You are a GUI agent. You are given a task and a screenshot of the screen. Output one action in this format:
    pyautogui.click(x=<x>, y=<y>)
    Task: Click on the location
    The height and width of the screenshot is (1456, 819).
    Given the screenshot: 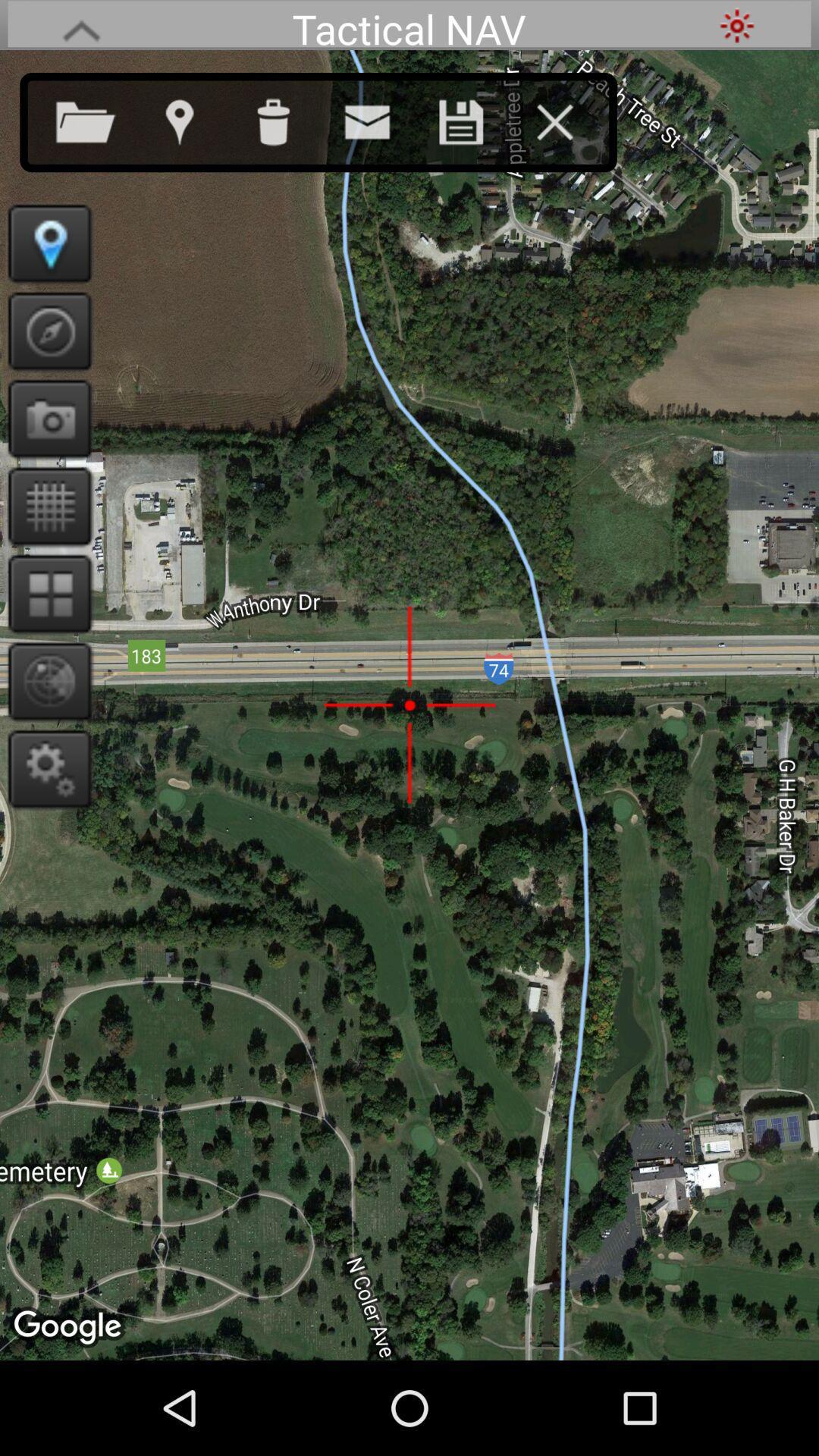 What is the action you would take?
    pyautogui.click(x=193, y=118)
    